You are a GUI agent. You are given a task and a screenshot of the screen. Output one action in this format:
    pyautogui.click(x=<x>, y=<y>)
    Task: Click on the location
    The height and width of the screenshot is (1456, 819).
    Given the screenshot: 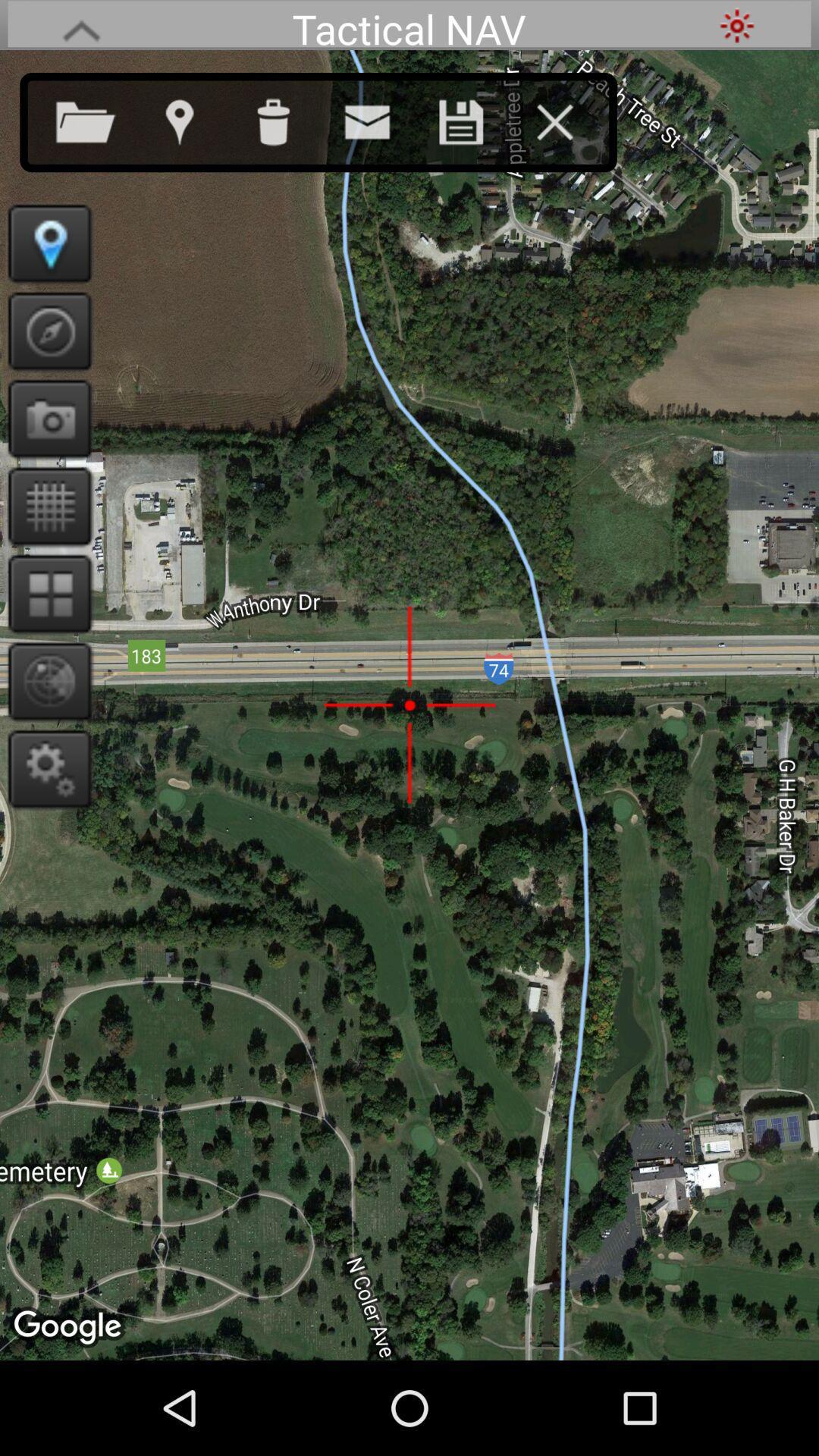 What is the action you would take?
    pyautogui.click(x=193, y=118)
    